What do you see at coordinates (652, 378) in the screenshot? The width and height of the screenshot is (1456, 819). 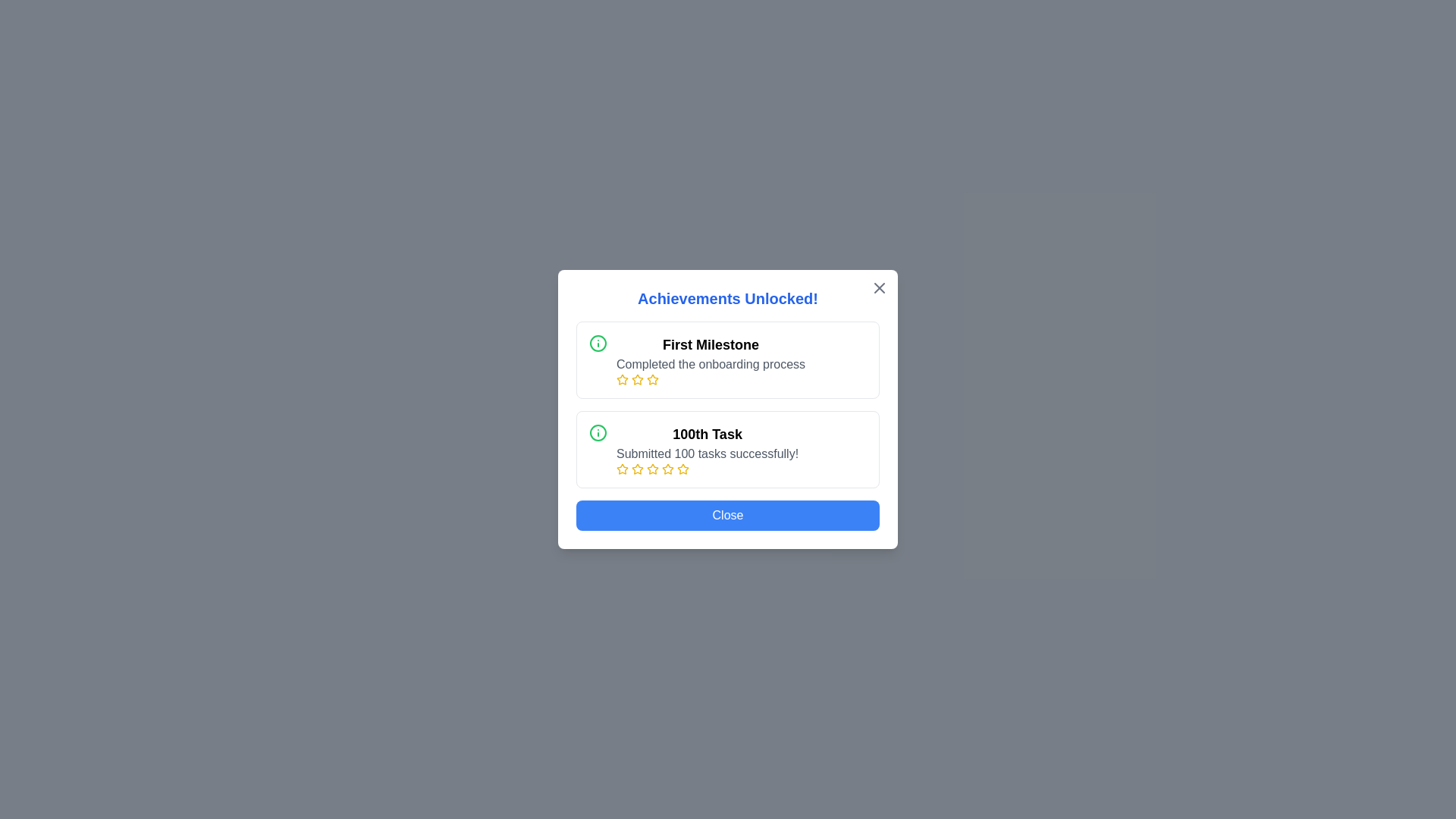 I see `the second star icon under the 'First Milestone' section to interact with the rating system` at bounding box center [652, 378].